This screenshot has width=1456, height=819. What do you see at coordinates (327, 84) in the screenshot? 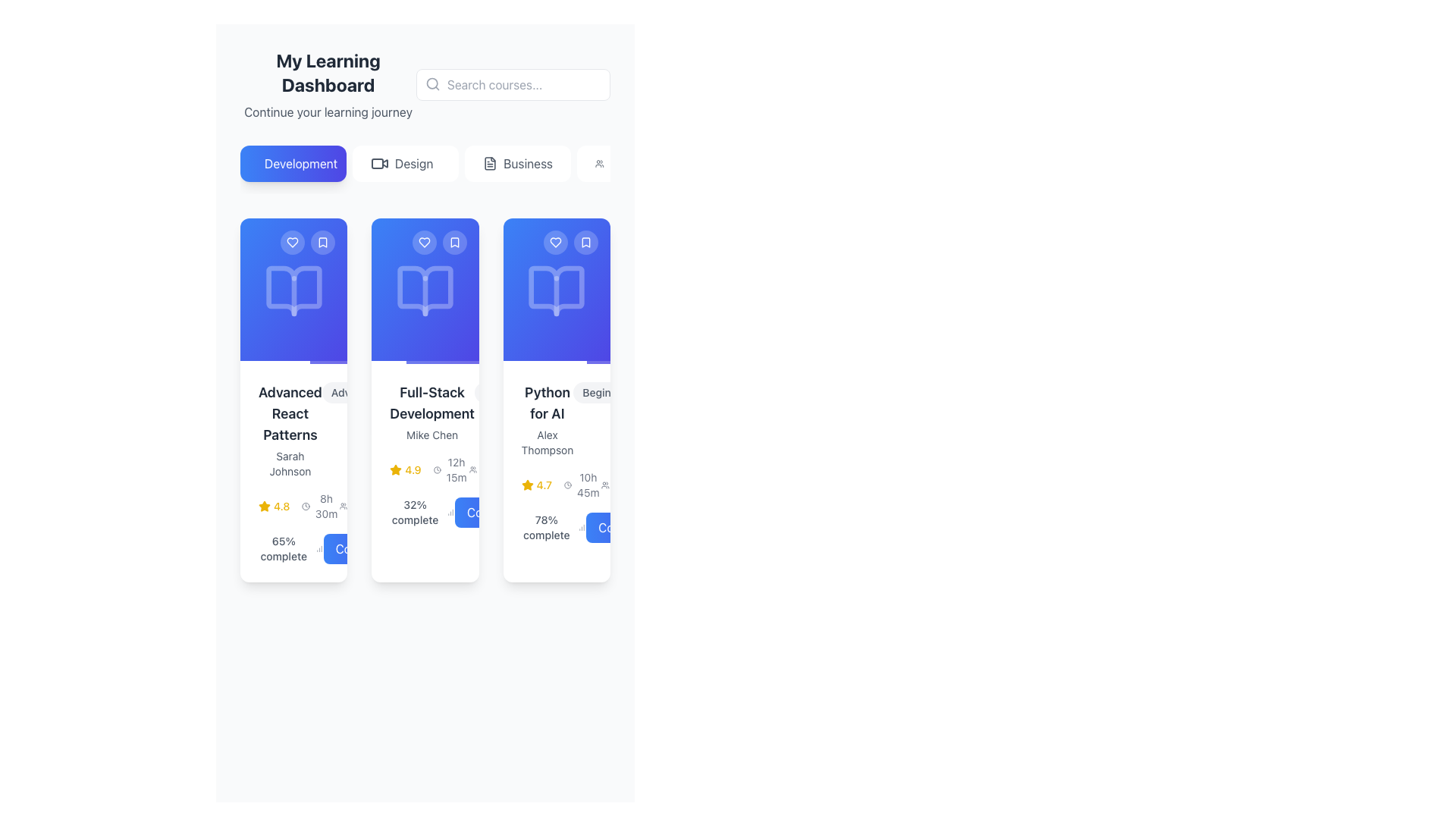
I see `the title and descriptive subtitle text block in the upper-left corner of the learning dashboard, which provides an overview of the page's purpose` at bounding box center [327, 84].